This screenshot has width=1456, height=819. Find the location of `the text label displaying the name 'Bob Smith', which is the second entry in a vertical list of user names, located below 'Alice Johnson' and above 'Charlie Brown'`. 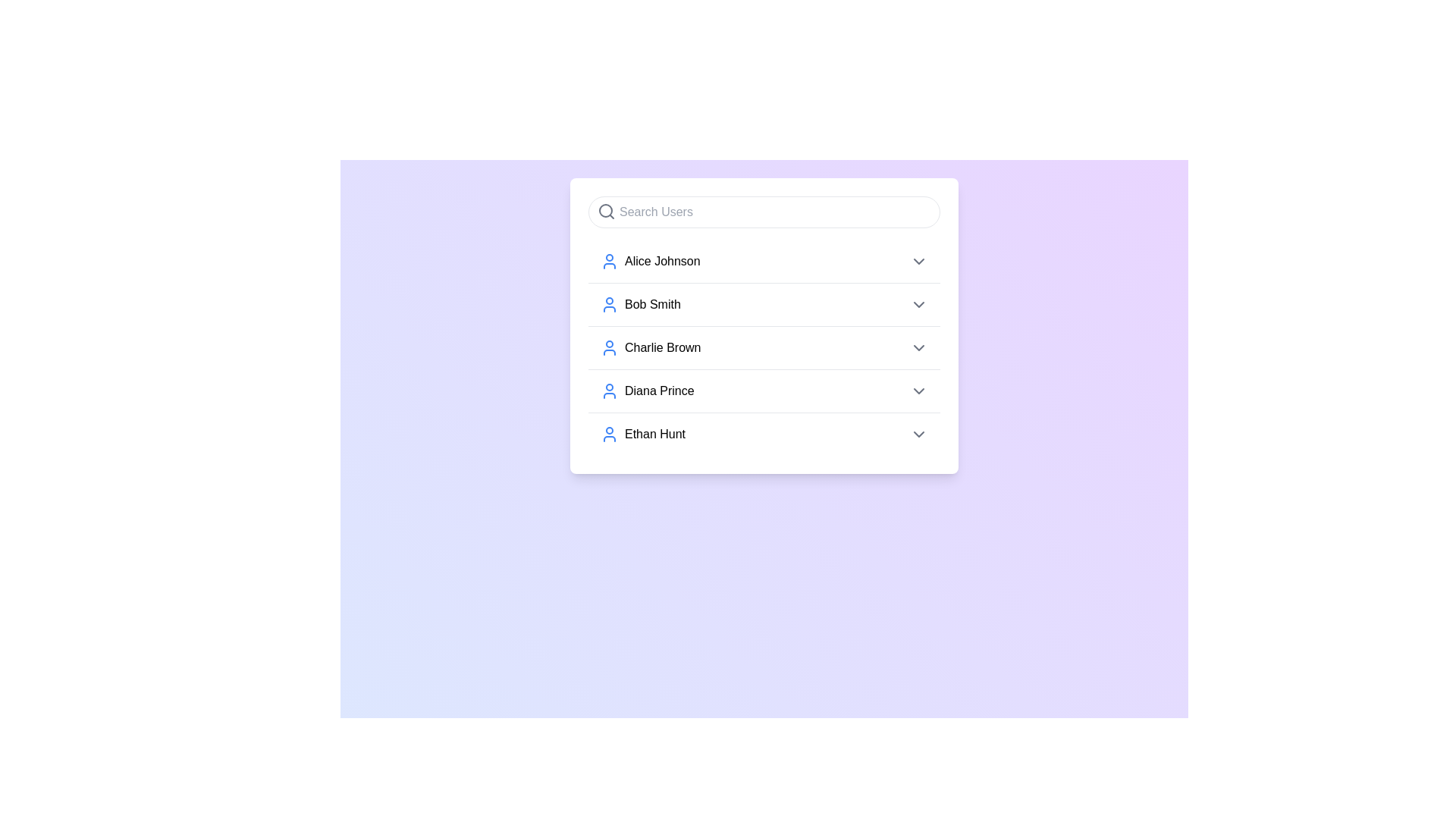

the text label displaying the name 'Bob Smith', which is the second entry in a vertical list of user names, located below 'Alice Johnson' and above 'Charlie Brown' is located at coordinates (652, 304).